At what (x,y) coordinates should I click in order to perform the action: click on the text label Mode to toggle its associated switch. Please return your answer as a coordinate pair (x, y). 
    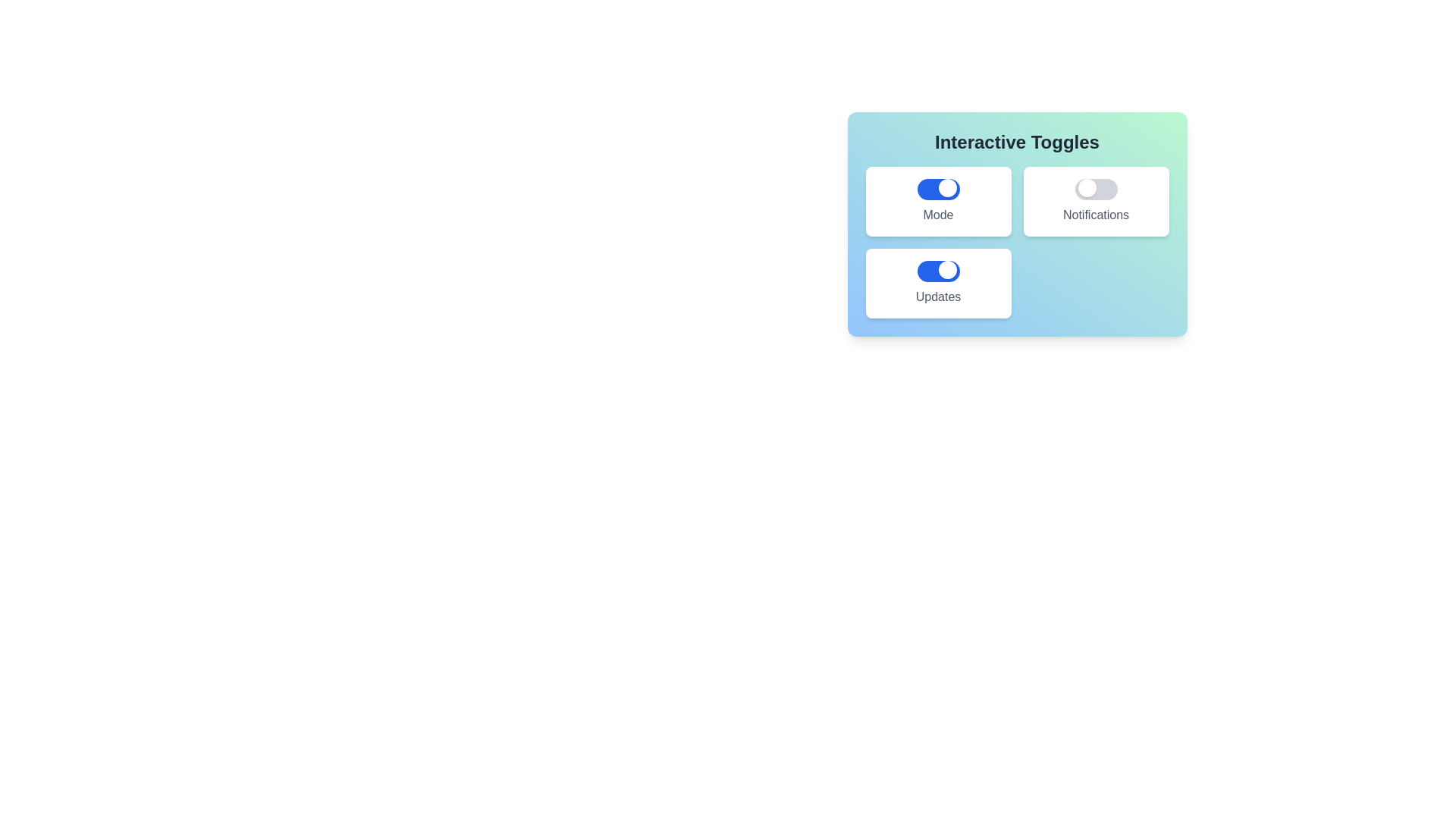
    Looking at the image, I should click on (937, 215).